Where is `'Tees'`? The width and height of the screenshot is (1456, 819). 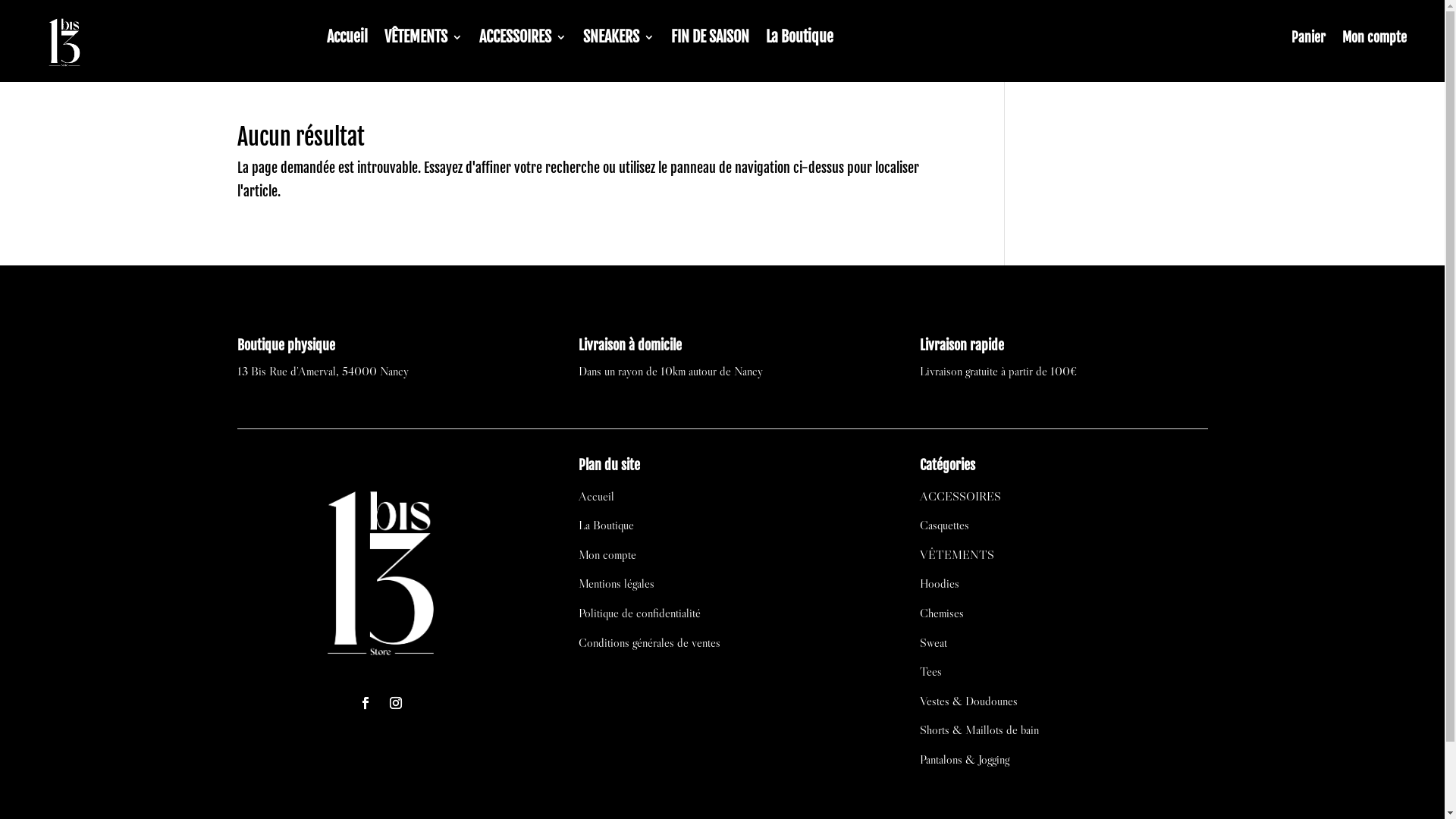
'Tees' is located at coordinates (930, 670).